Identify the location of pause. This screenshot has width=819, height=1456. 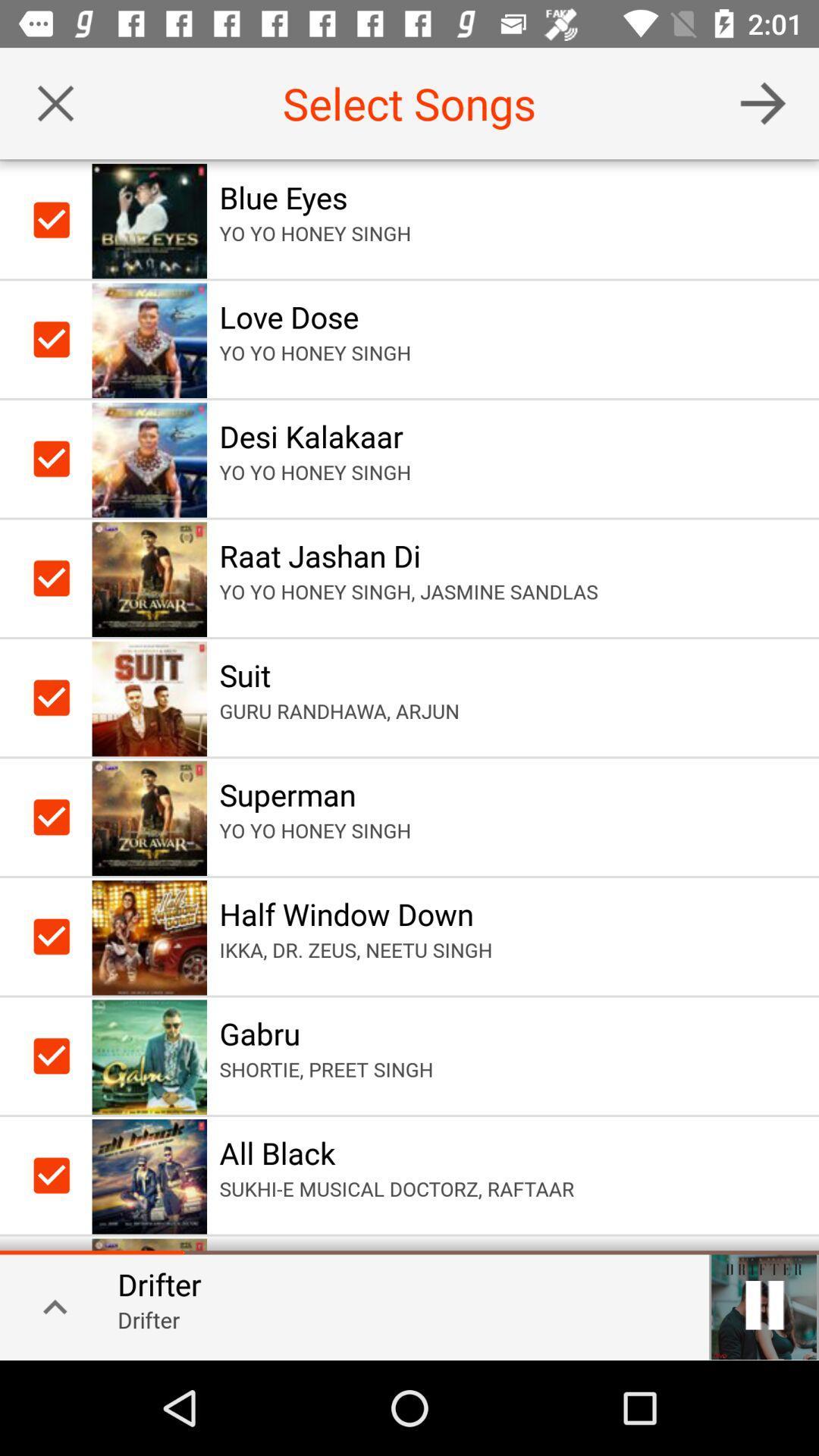
(764, 1304).